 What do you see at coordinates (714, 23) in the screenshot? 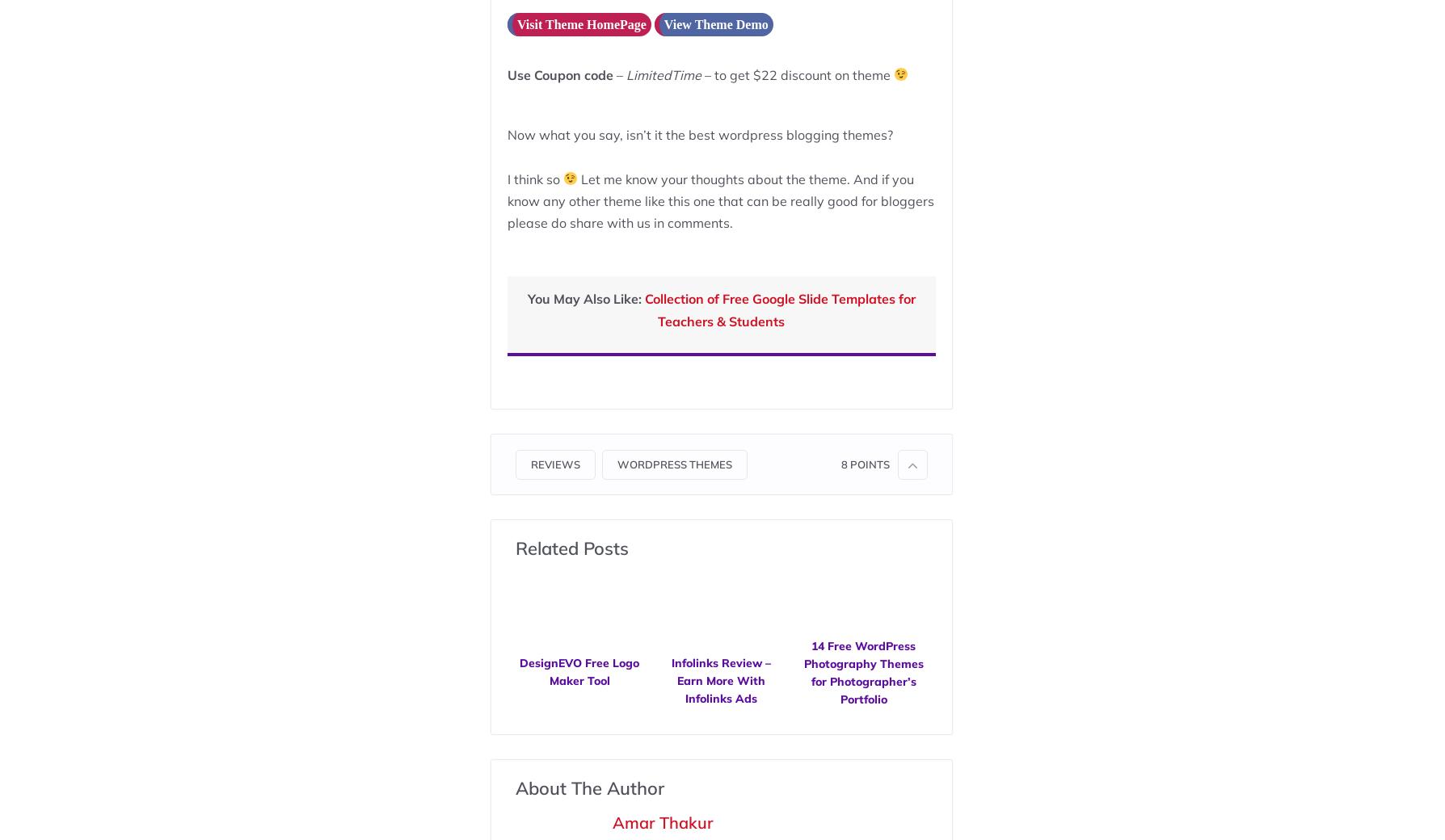
I see `'View Theme Demo'` at bounding box center [714, 23].